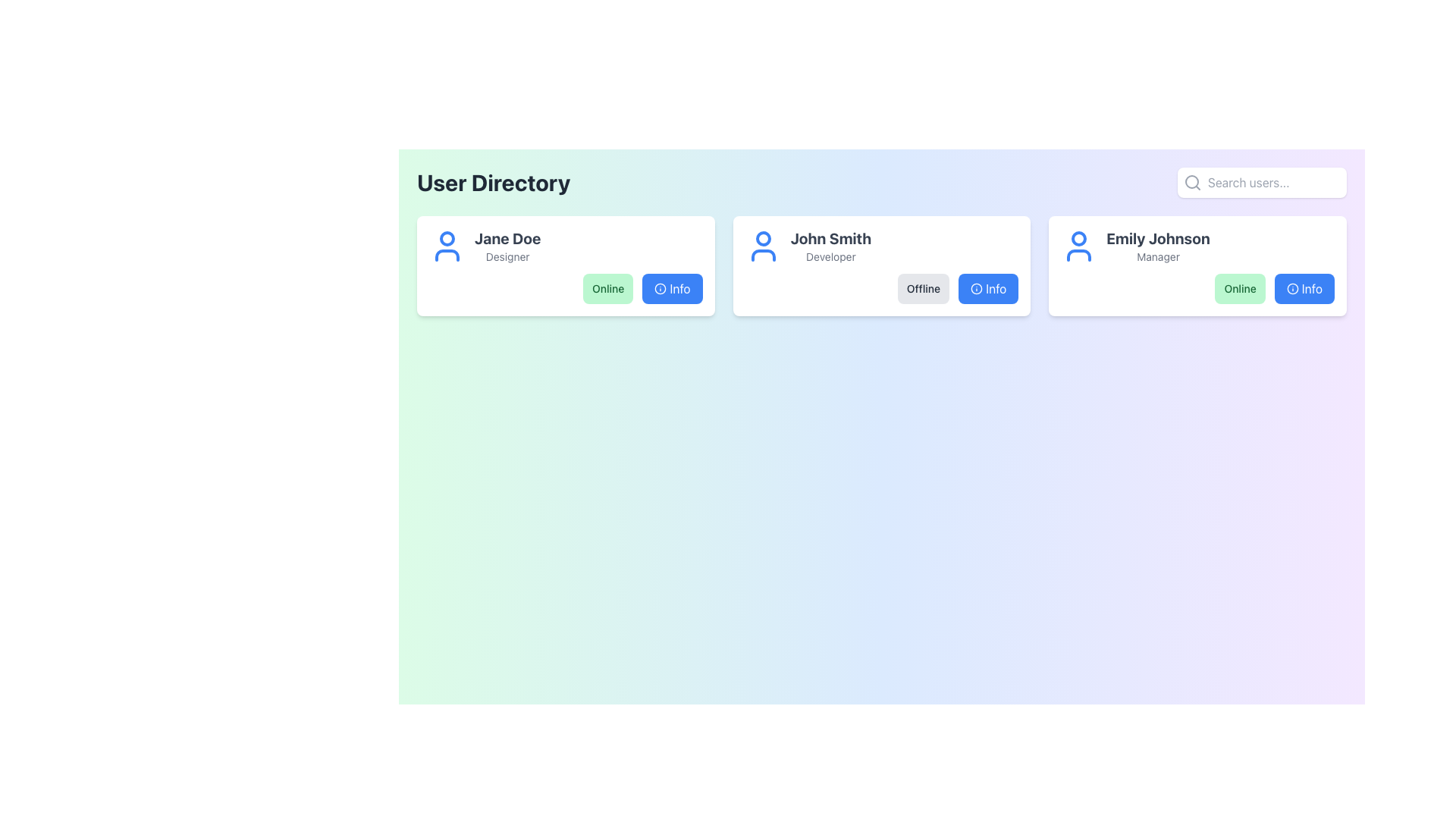 The height and width of the screenshot is (819, 1456). I want to click on the 'Info' icon located to the right of the 'Offline' button within the user information card for 'John Smith' for accessibility purposes, so click(977, 289).